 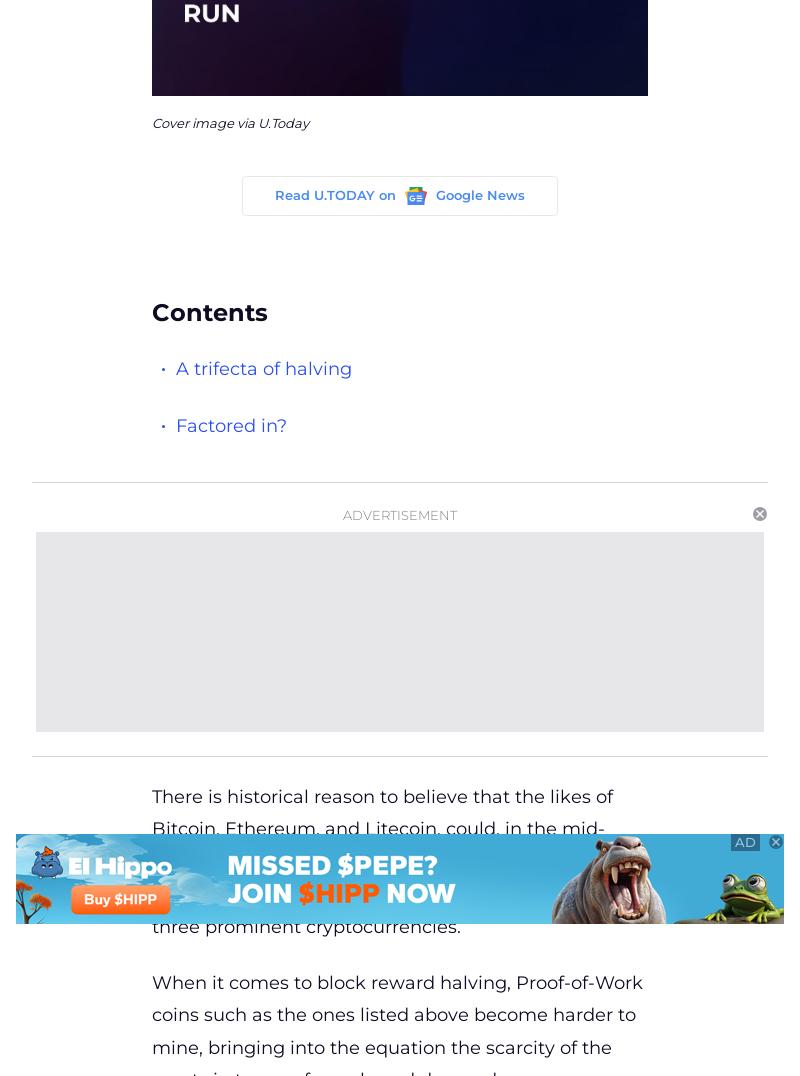 What do you see at coordinates (152, 310) in the screenshot?
I see `'Contents'` at bounding box center [152, 310].